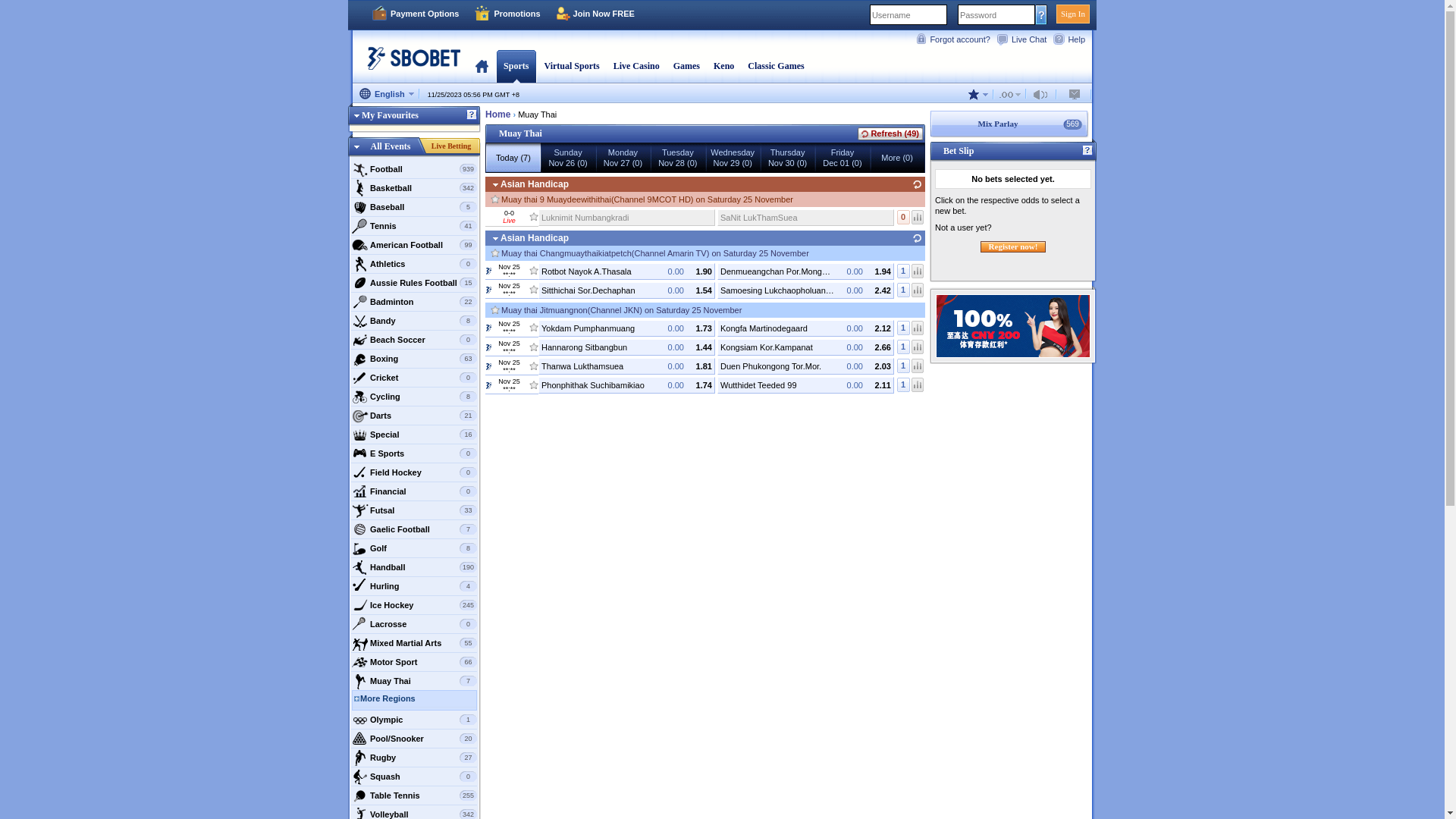 The image size is (1456, 819). What do you see at coordinates (805, 270) in the screenshot?
I see `'1.94` at bounding box center [805, 270].